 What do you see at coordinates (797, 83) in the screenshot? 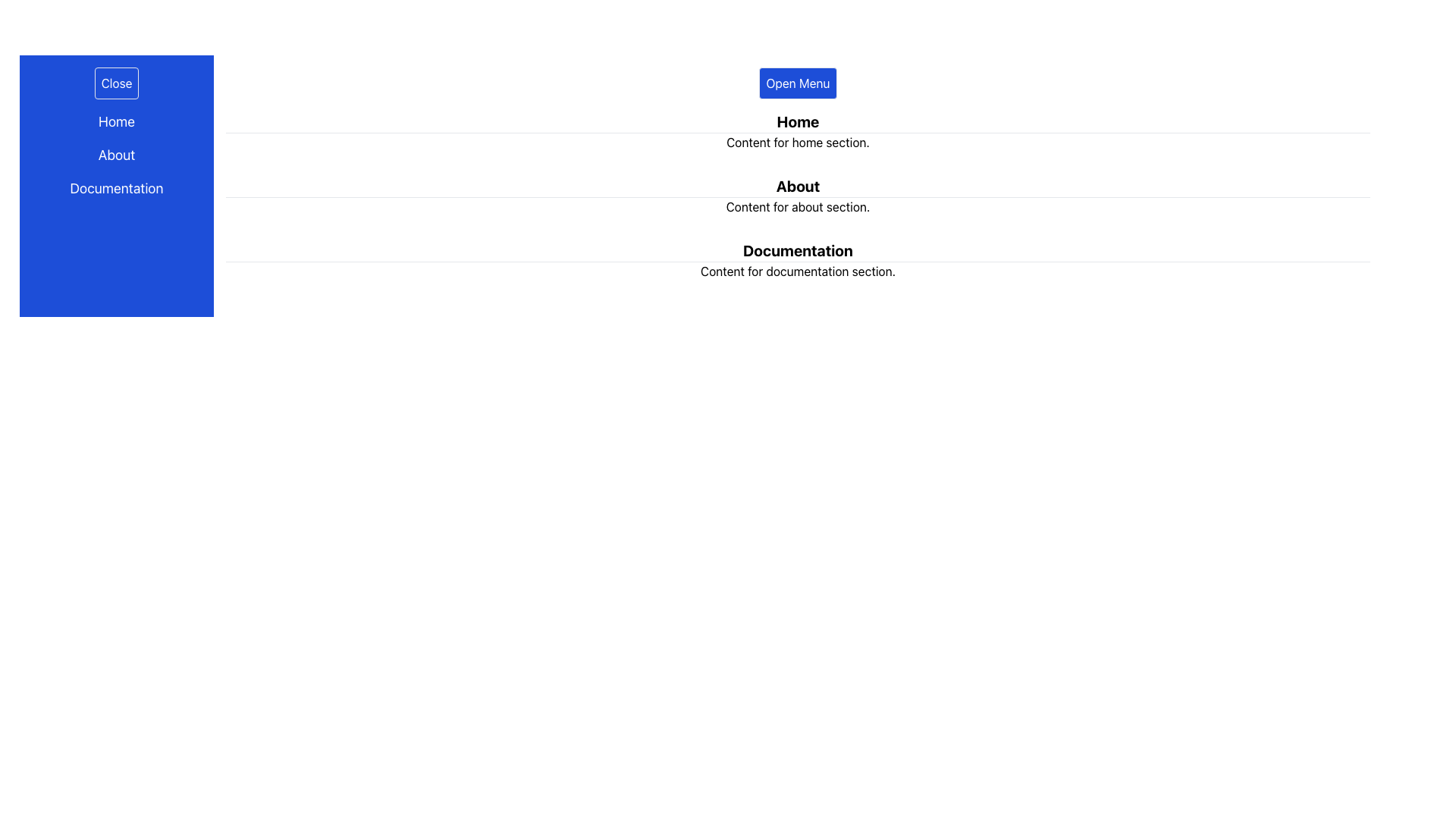
I see `the blue rectangular button labeled 'Open Menu'` at bounding box center [797, 83].